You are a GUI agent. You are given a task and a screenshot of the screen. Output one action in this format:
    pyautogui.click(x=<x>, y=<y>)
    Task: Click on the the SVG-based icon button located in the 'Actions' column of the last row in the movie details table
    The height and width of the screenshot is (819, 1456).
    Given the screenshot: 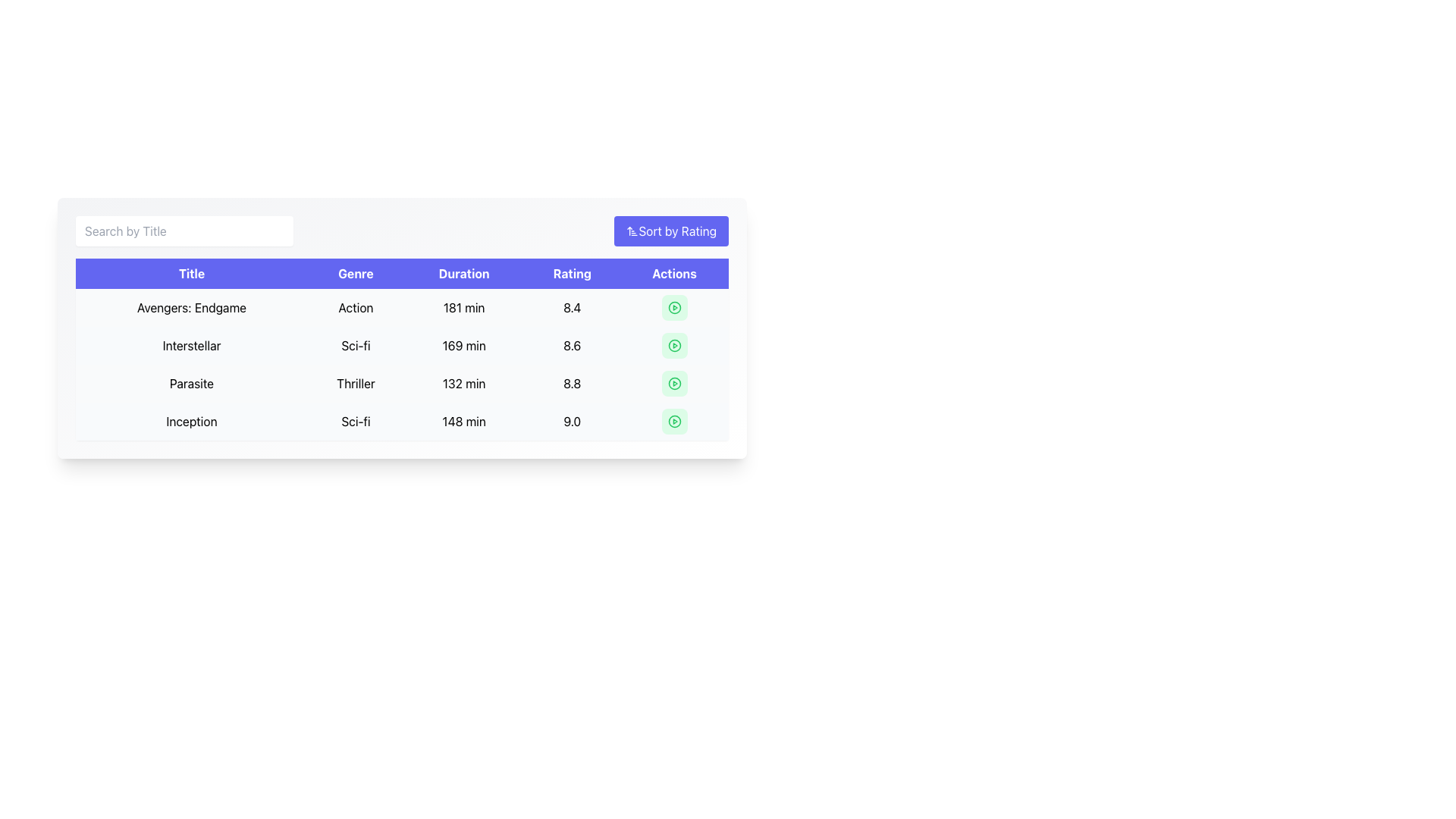 What is the action you would take?
    pyautogui.click(x=673, y=421)
    